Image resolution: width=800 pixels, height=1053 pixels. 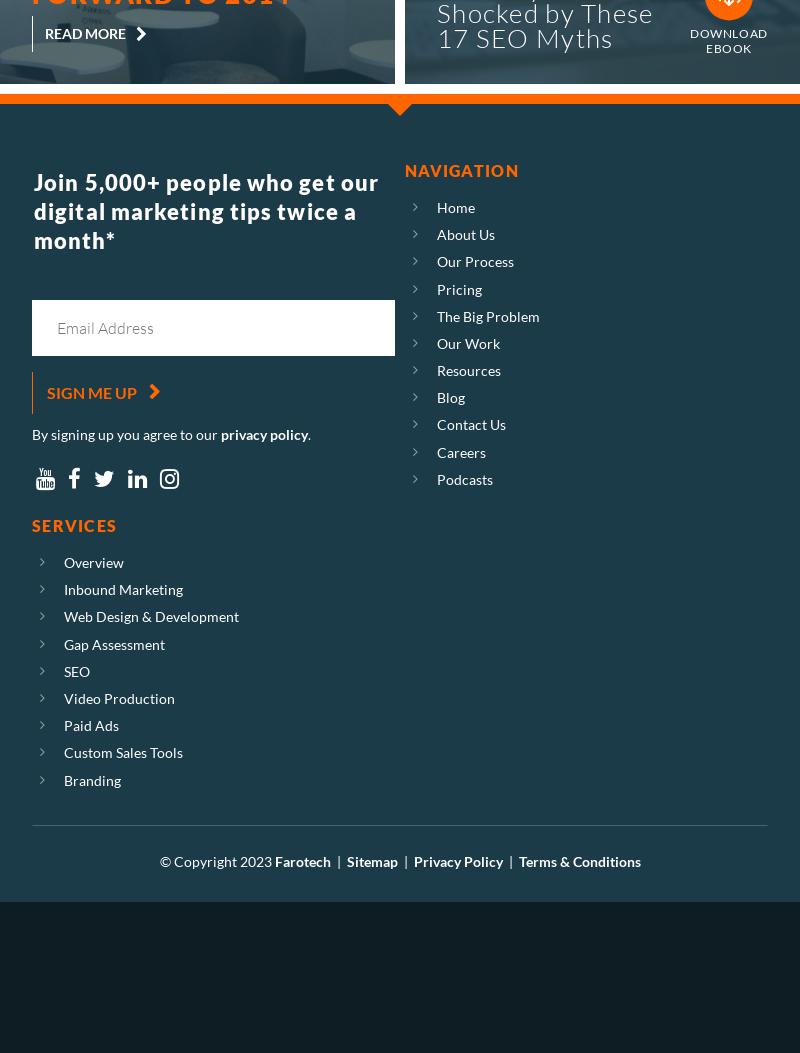 I want to click on 'Our Process', so click(x=436, y=260).